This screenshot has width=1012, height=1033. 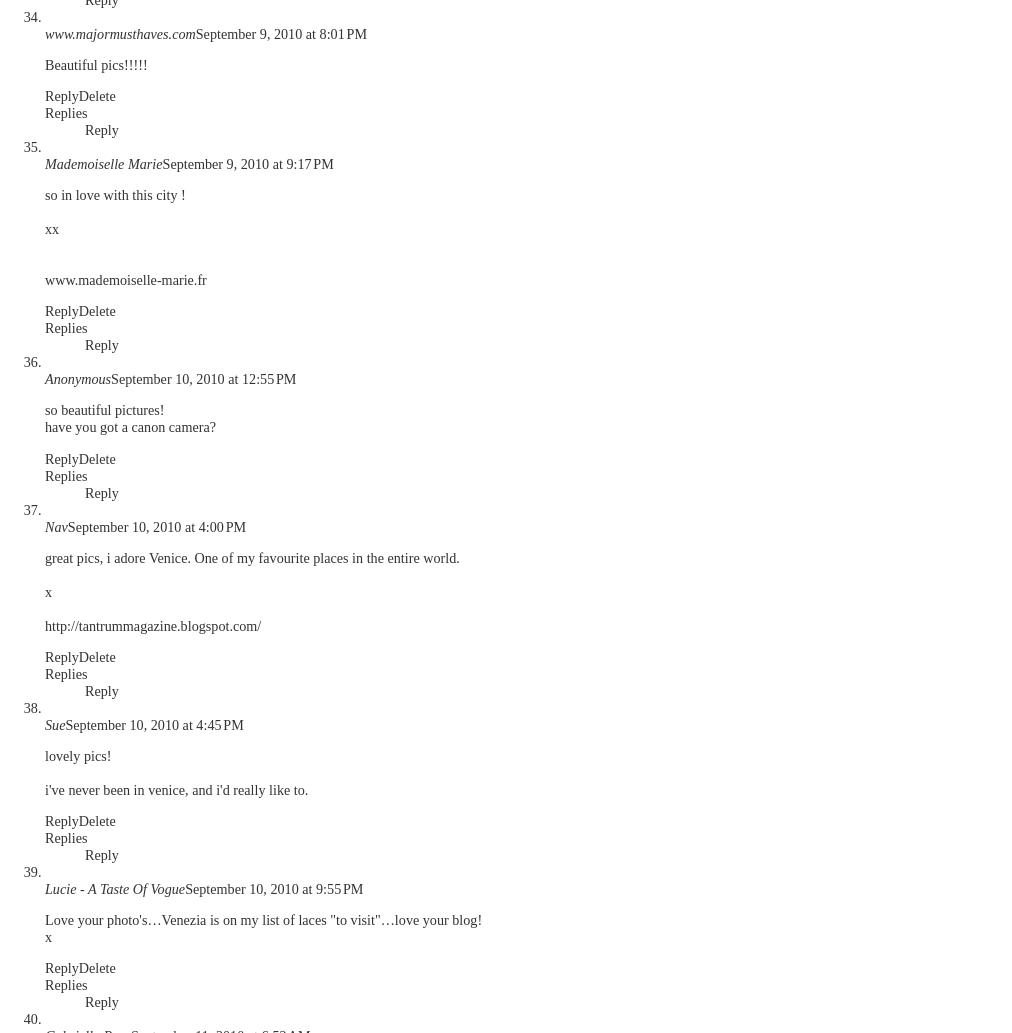 I want to click on 'great pics, i adore Venice. One of my favourite places in the entire world.', so click(x=251, y=555).